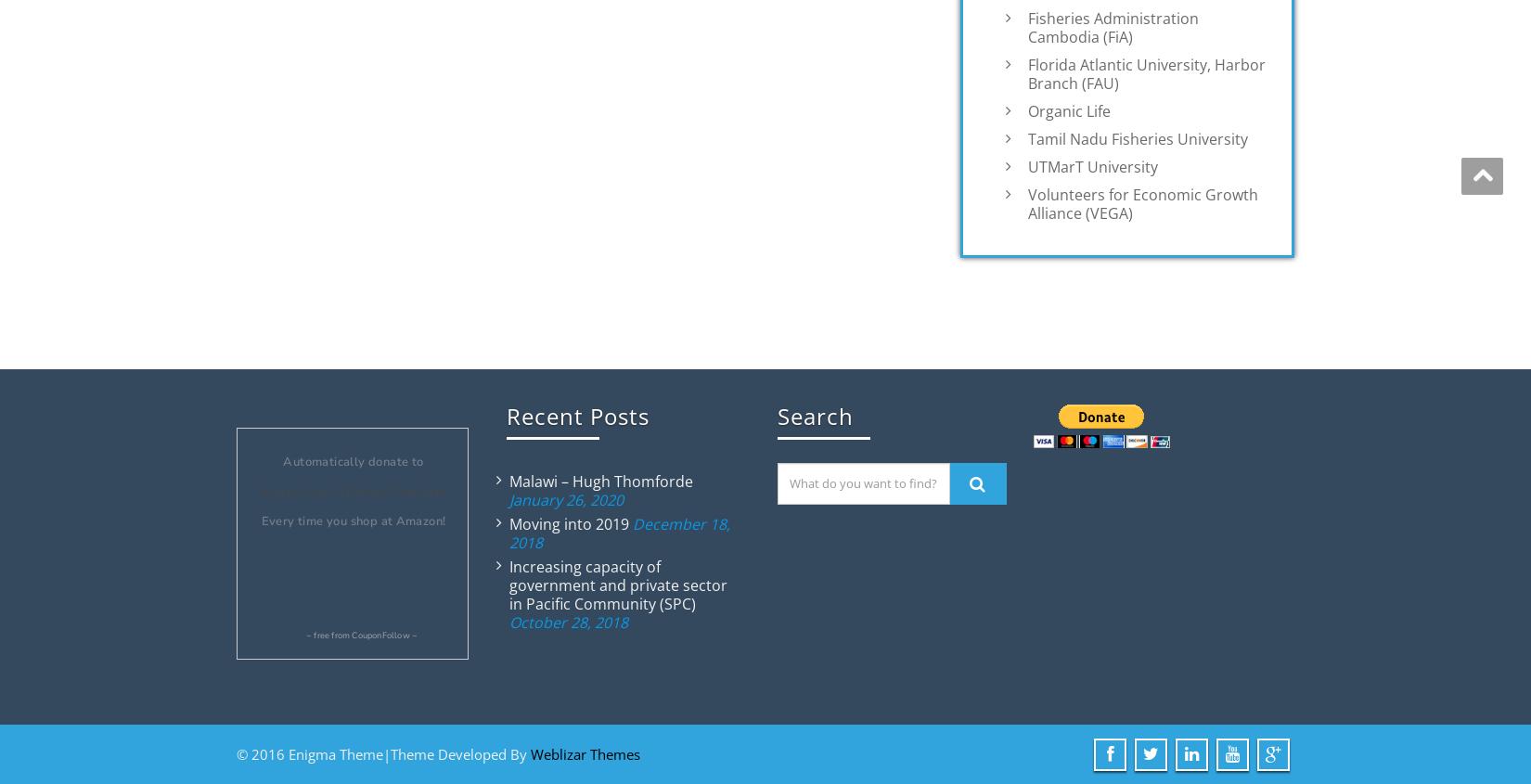 This screenshot has height=784, width=1531. I want to click on 'Tamil Nadu Fisheries University', so click(1027, 137).